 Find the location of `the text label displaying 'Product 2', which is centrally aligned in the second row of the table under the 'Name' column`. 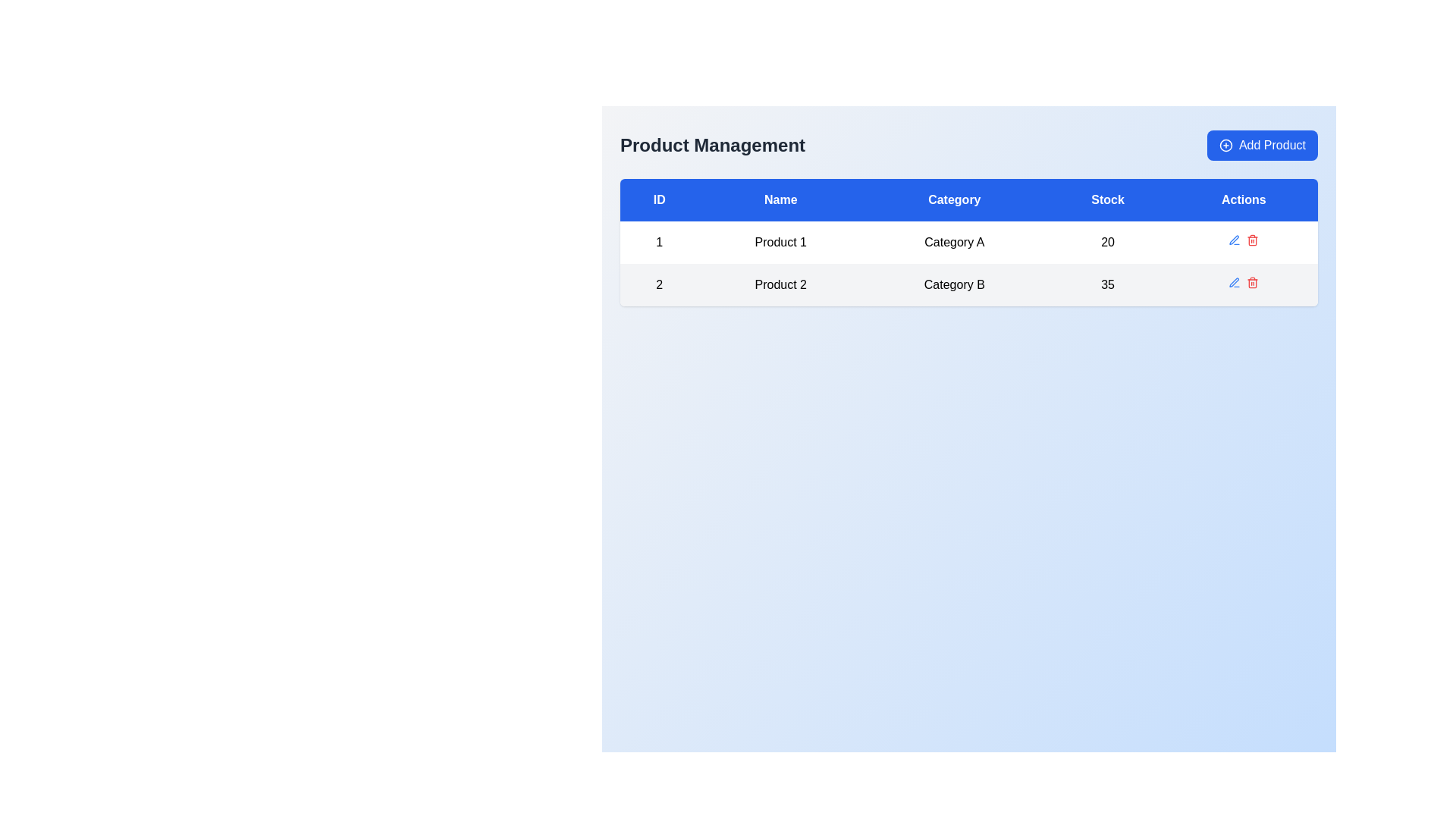

the text label displaying 'Product 2', which is centrally aligned in the second row of the table under the 'Name' column is located at coordinates (780, 284).